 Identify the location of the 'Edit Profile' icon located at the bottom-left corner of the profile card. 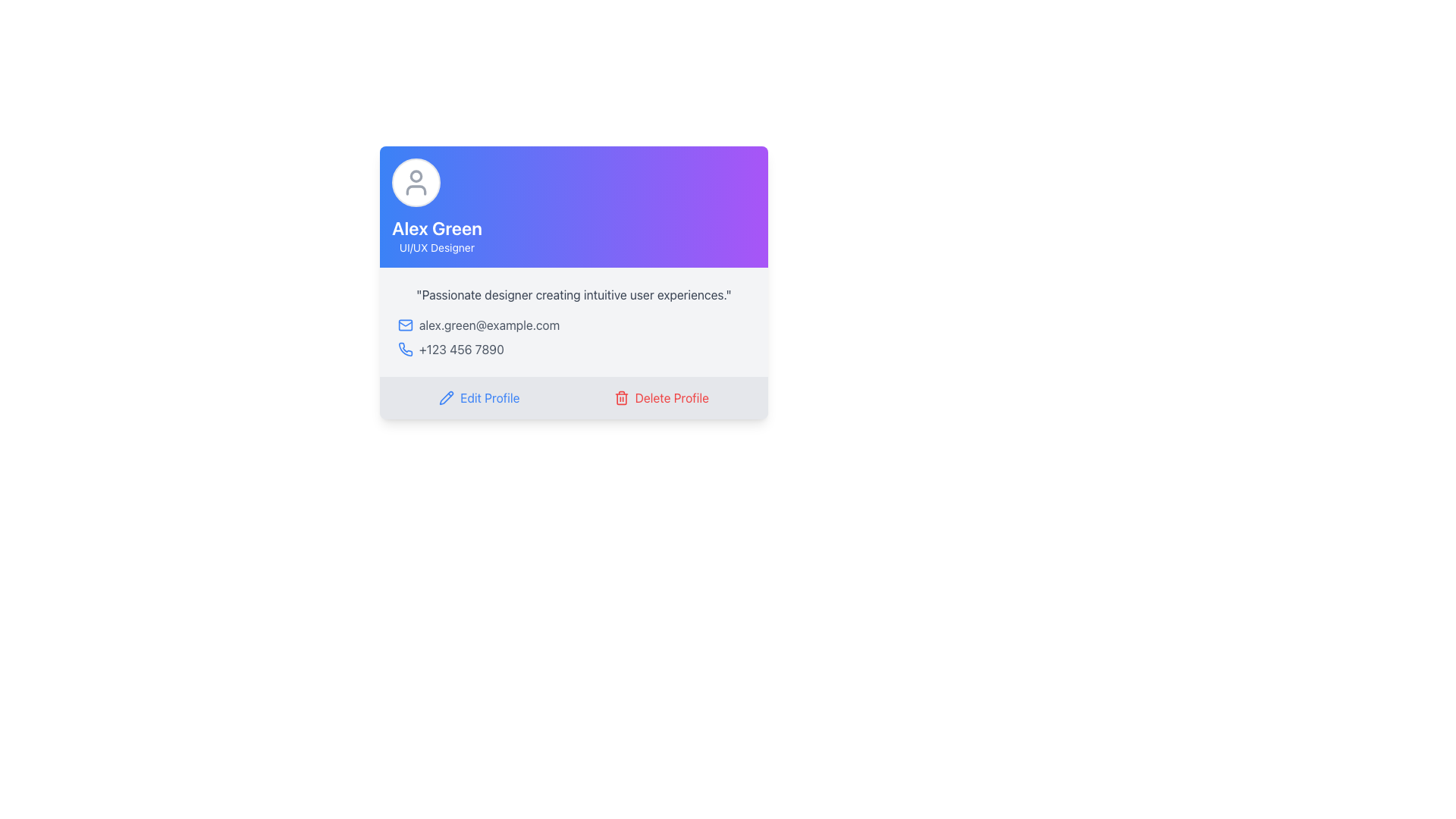
(446, 397).